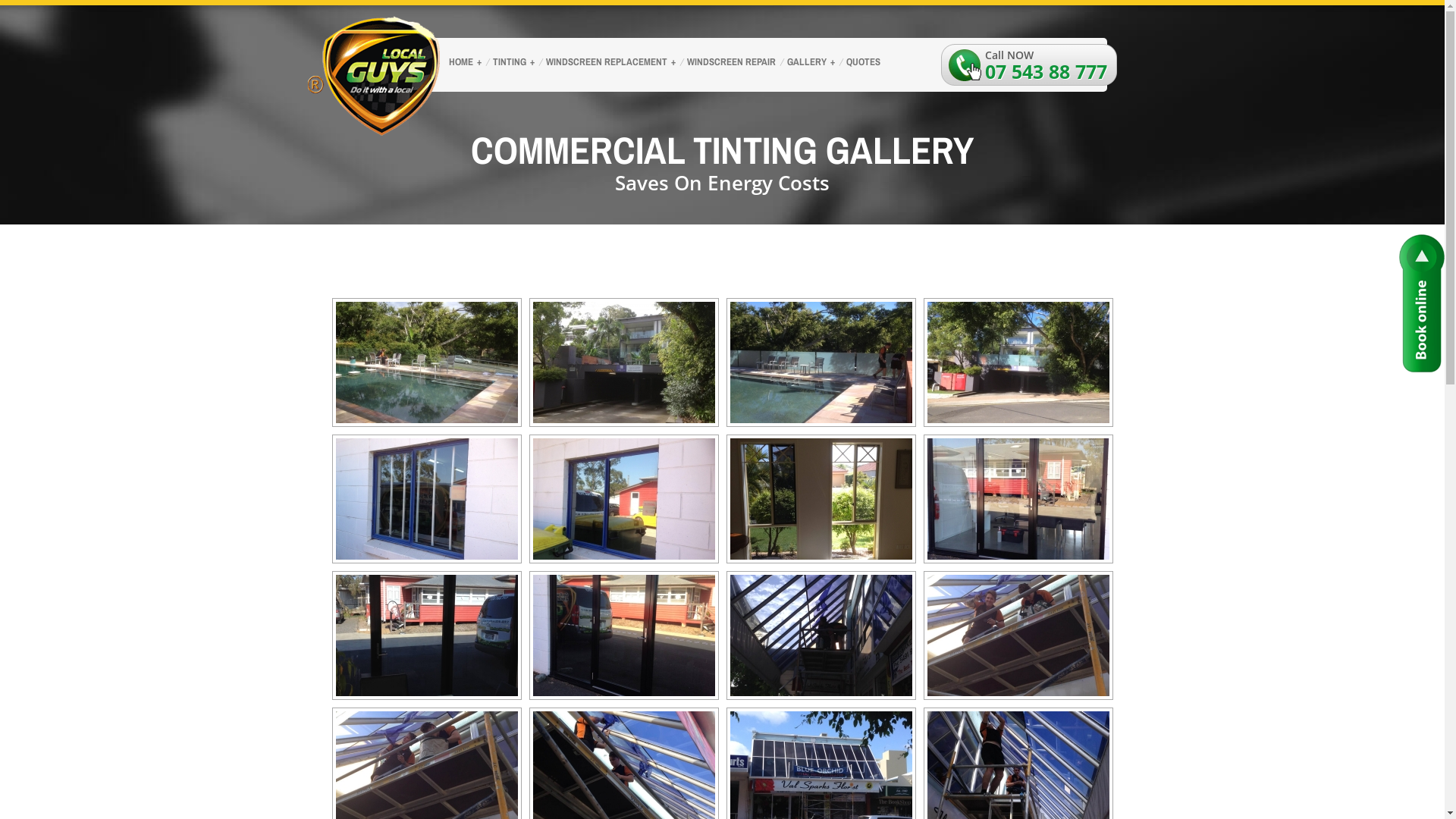  I want to click on 'AFTER Pool Fence Frosted for Privacy', so click(926, 362).